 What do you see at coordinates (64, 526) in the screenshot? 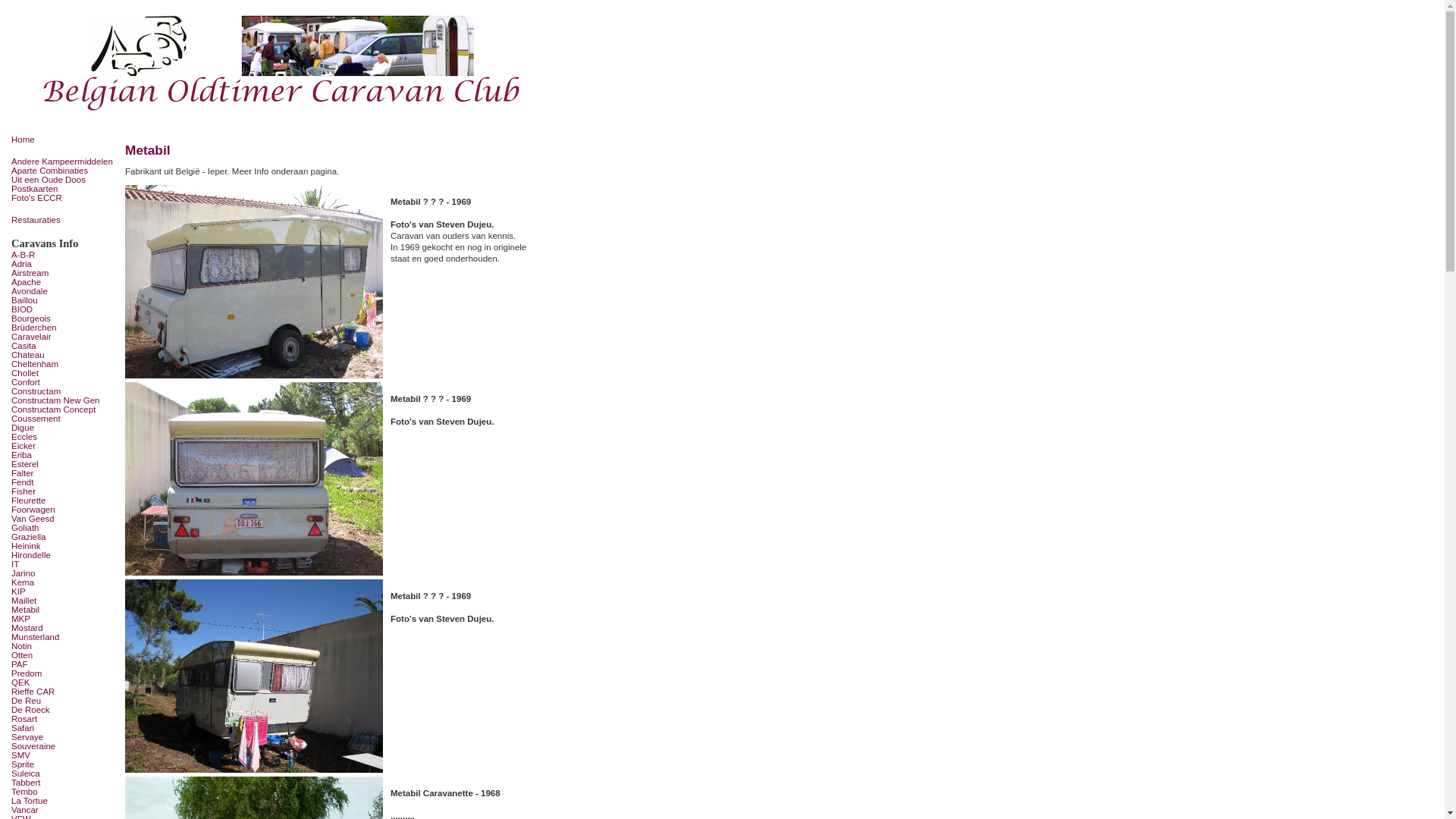
I see `'Goliath'` at bounding box center [64, 526].